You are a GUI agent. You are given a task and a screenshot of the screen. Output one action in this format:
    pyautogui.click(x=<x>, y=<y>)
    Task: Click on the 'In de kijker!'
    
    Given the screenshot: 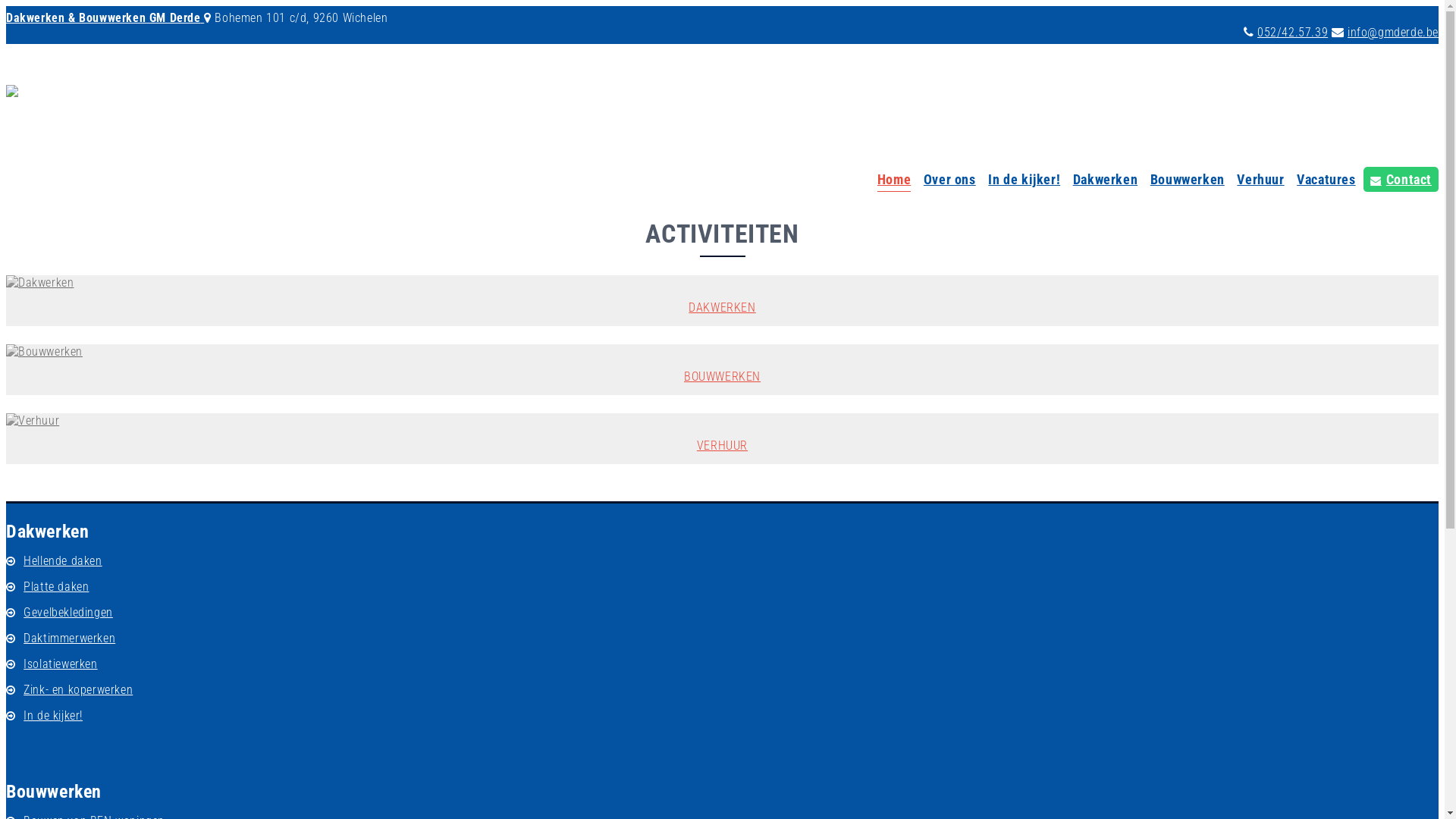 What is the action you would take?
    pyautogui.click(x=1024, y=180)
    